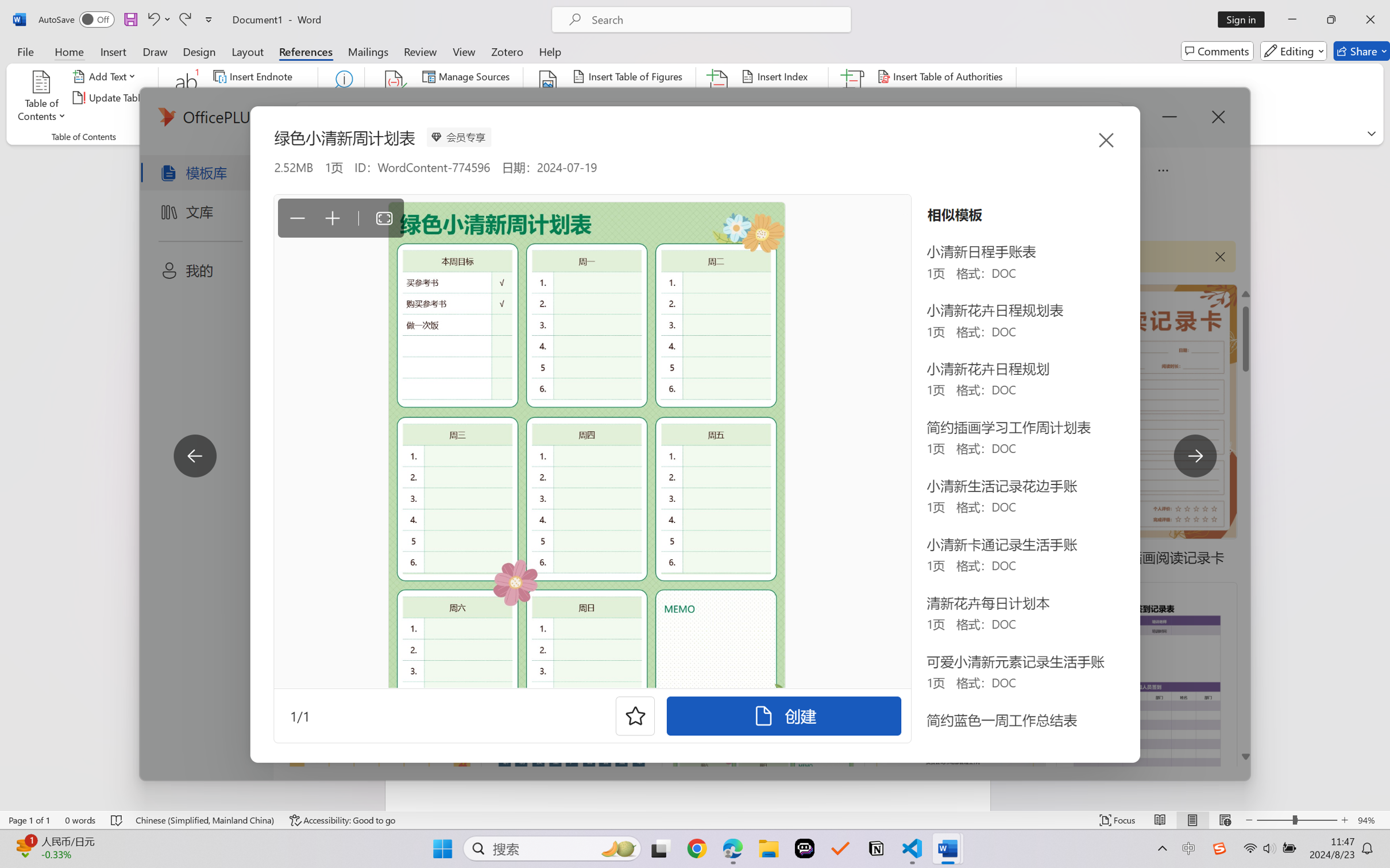 The image size is (1390, 868). I want to click on 'Insert Endnote', so click(253, 75).